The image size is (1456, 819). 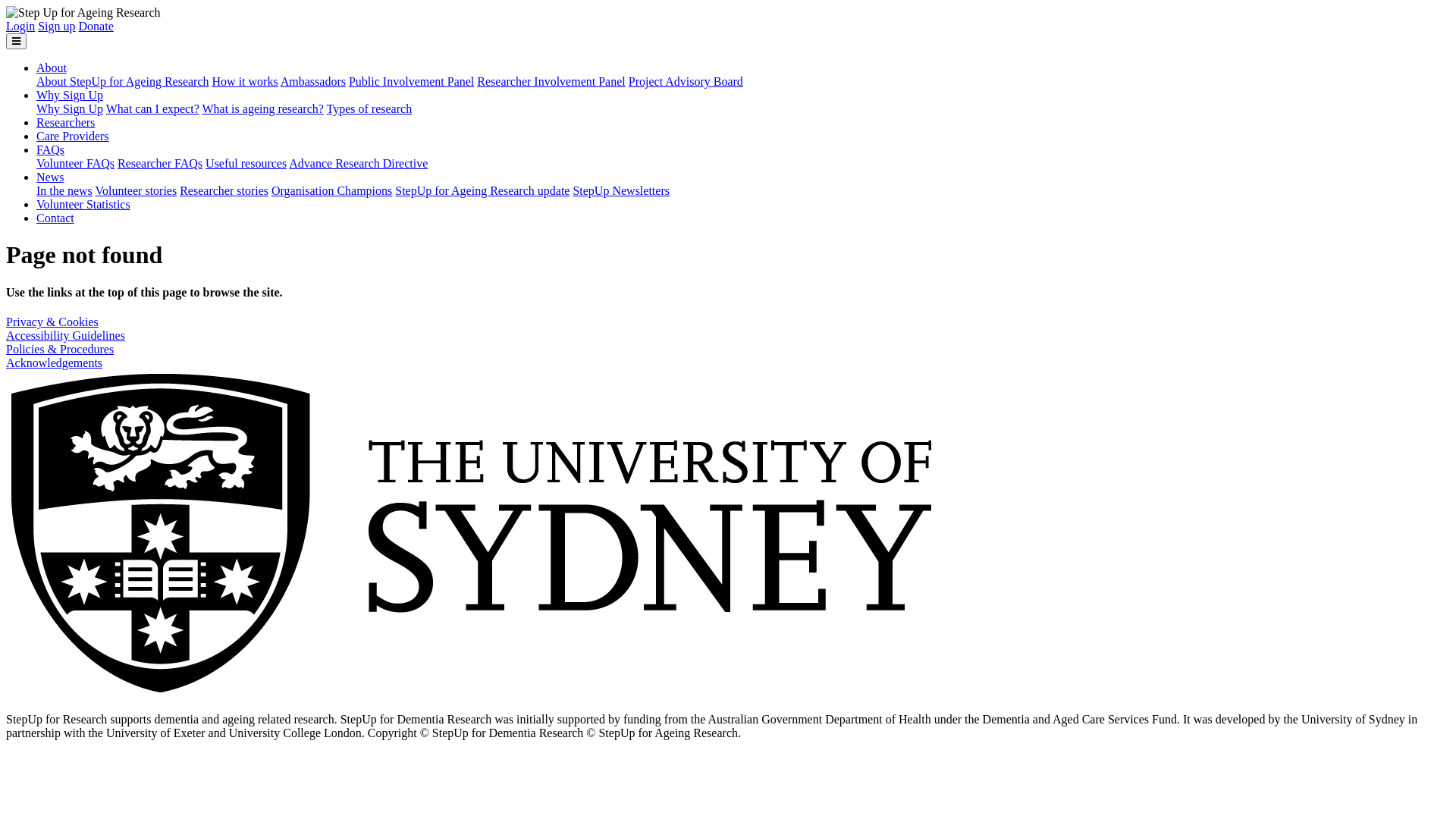 What do you see at coordinates (395, 190) in the screenshot?
I see `'StepUp for Ageing Research update'` at bounding box center [395, 190].